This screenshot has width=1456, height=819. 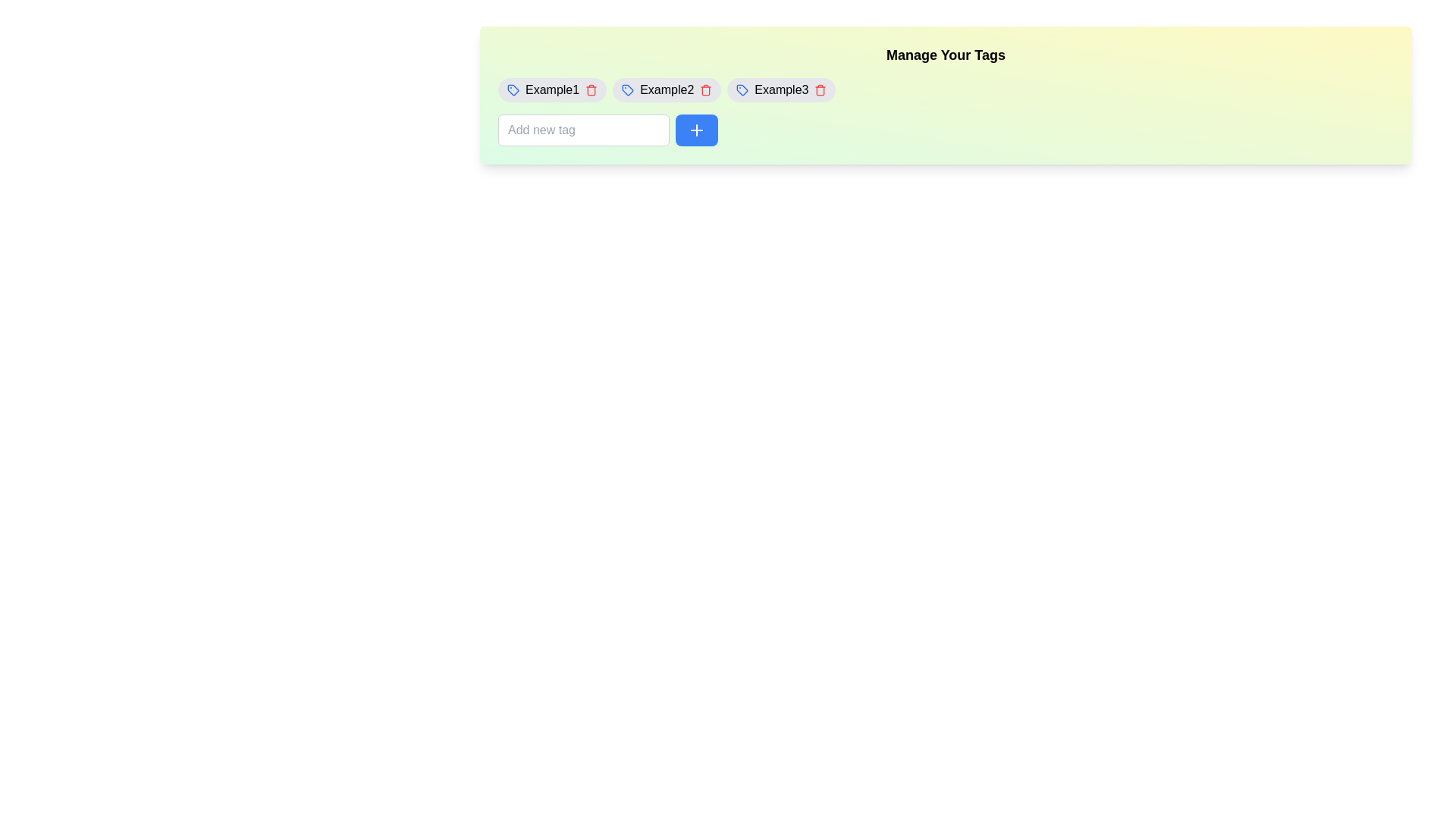 What do you see at coordinates (513, 90) in the screenshot?
I see `leftmost SVG icon representing a tag, which is positioned next to the text 'Example1' in the top-left region of the card` at bounding box center [513, 90].